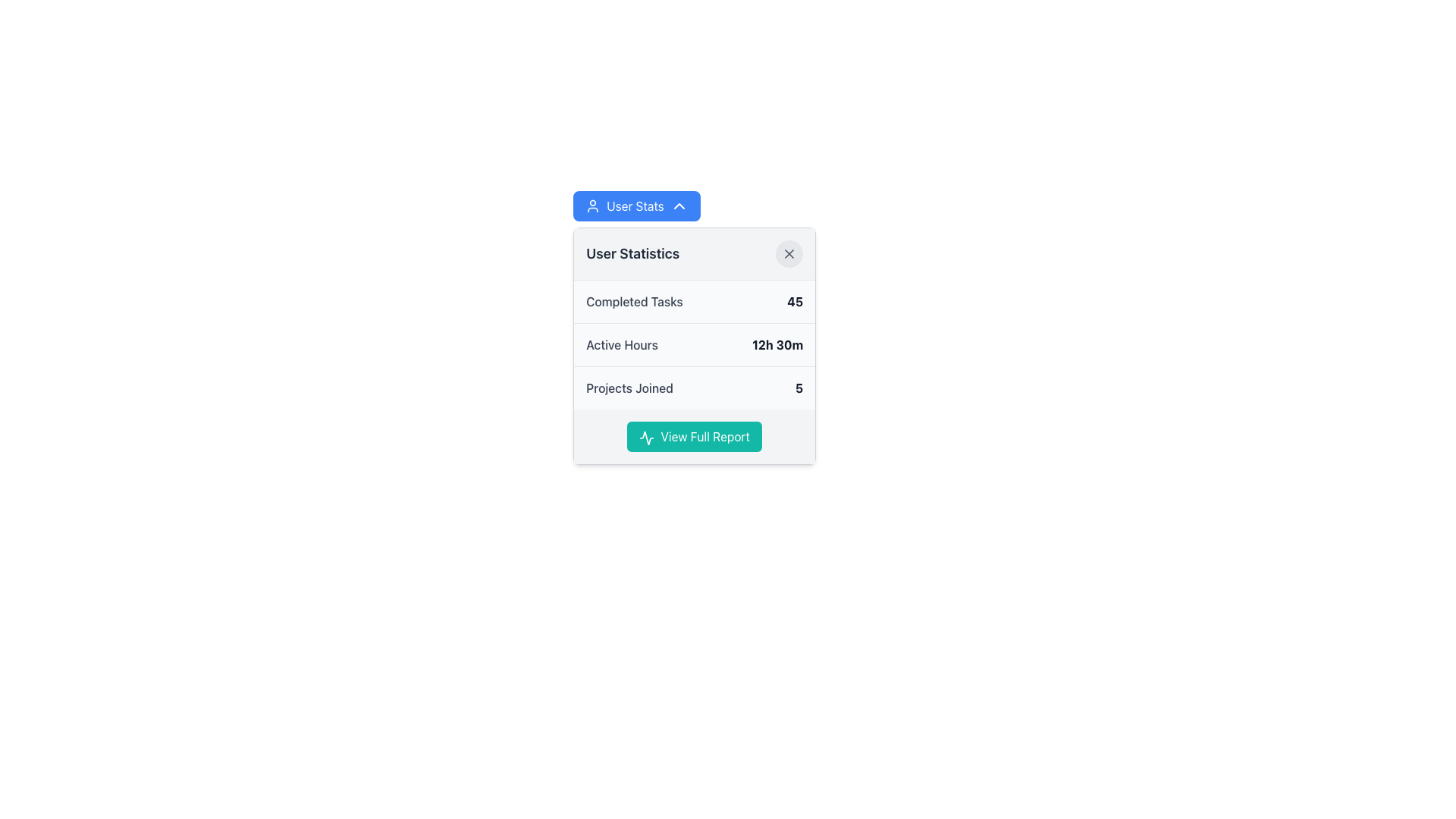  Describe the element at coordinates (799, 388) in the screenshot. I see `the numeric representation of the number of projects joined by the user, located in the third row of the 'User Statistics' section, to the right of the 'Projects Joined' text element` at that location.